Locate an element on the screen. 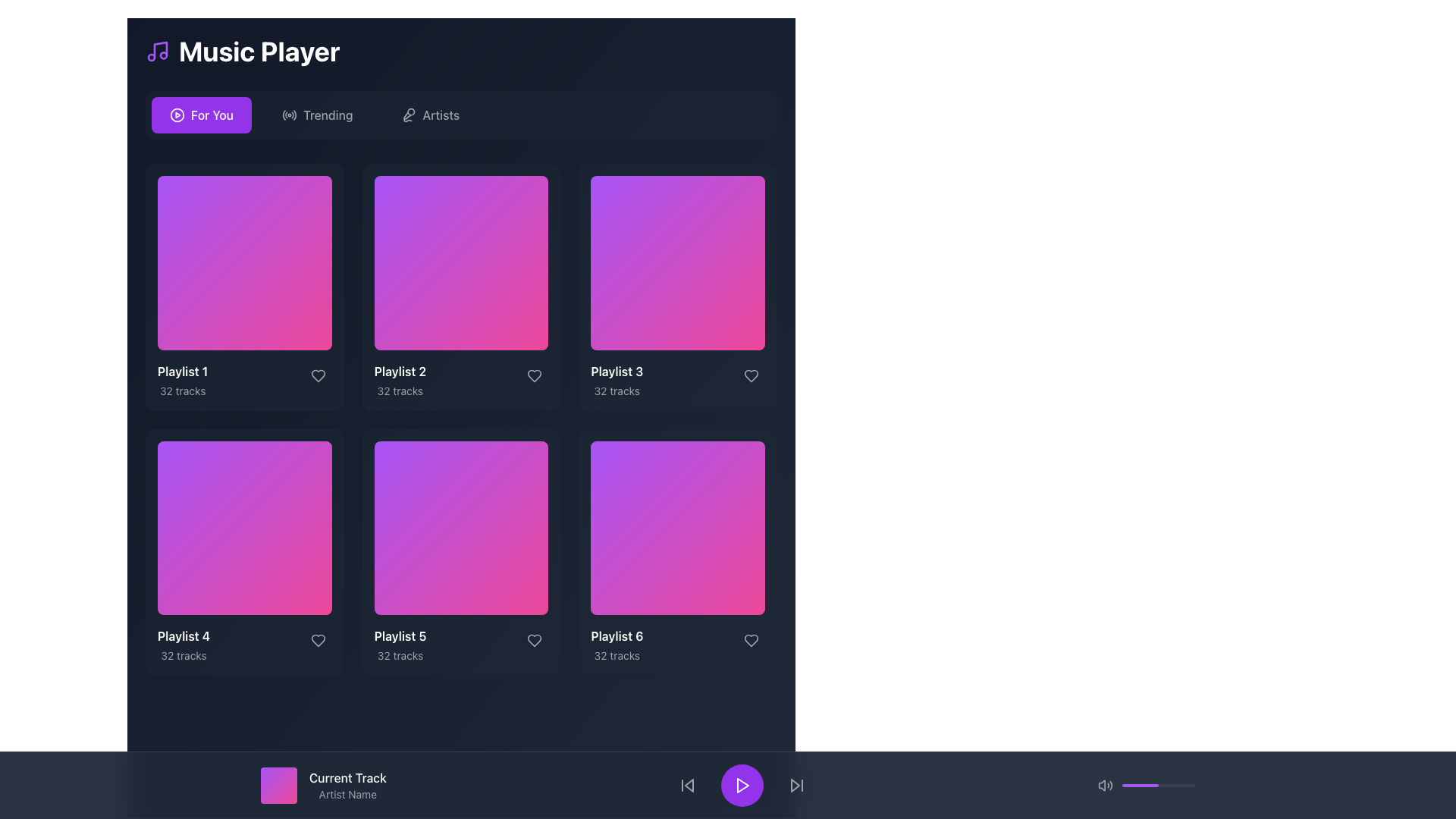  the heart icon located in the fourth playlist card in the second row of the grid layout is located at coordinates (317, 641).